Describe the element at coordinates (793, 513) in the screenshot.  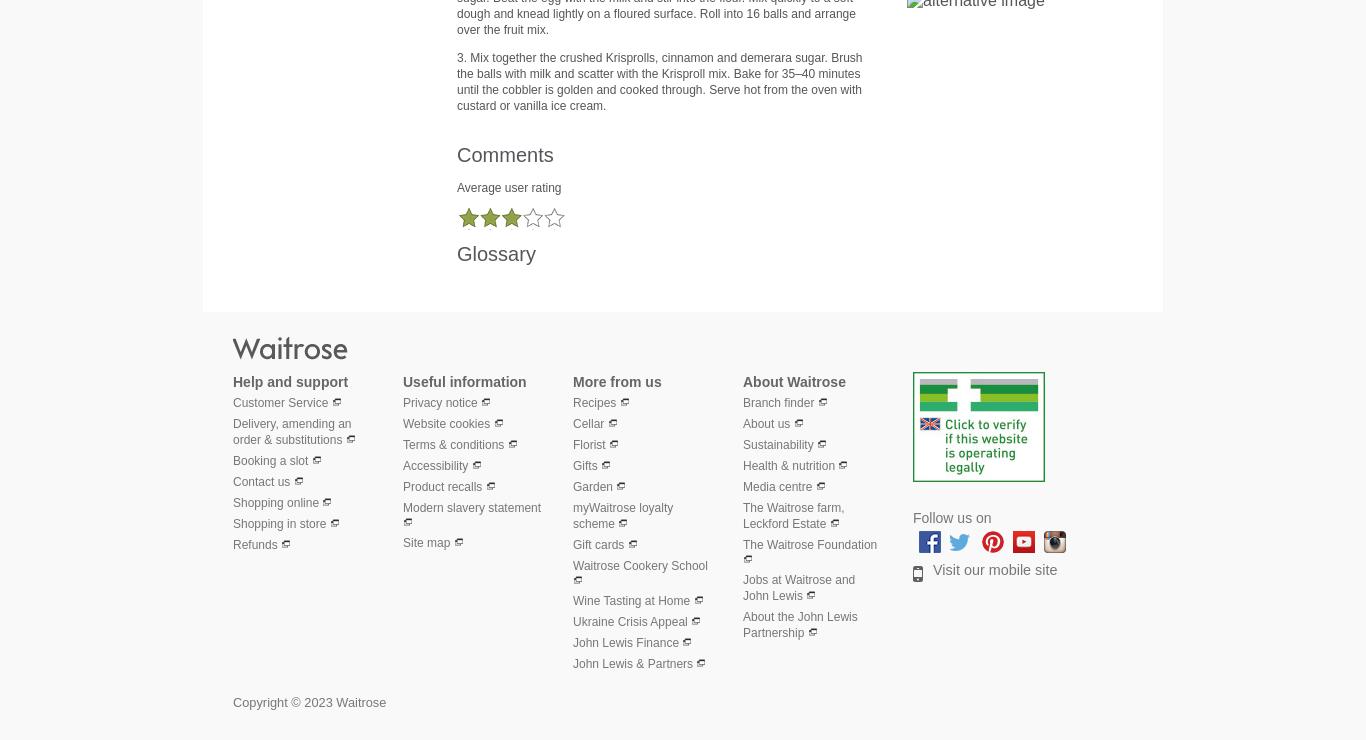
I see `'The Waitrose farm, Leckford Estate'` at that location.